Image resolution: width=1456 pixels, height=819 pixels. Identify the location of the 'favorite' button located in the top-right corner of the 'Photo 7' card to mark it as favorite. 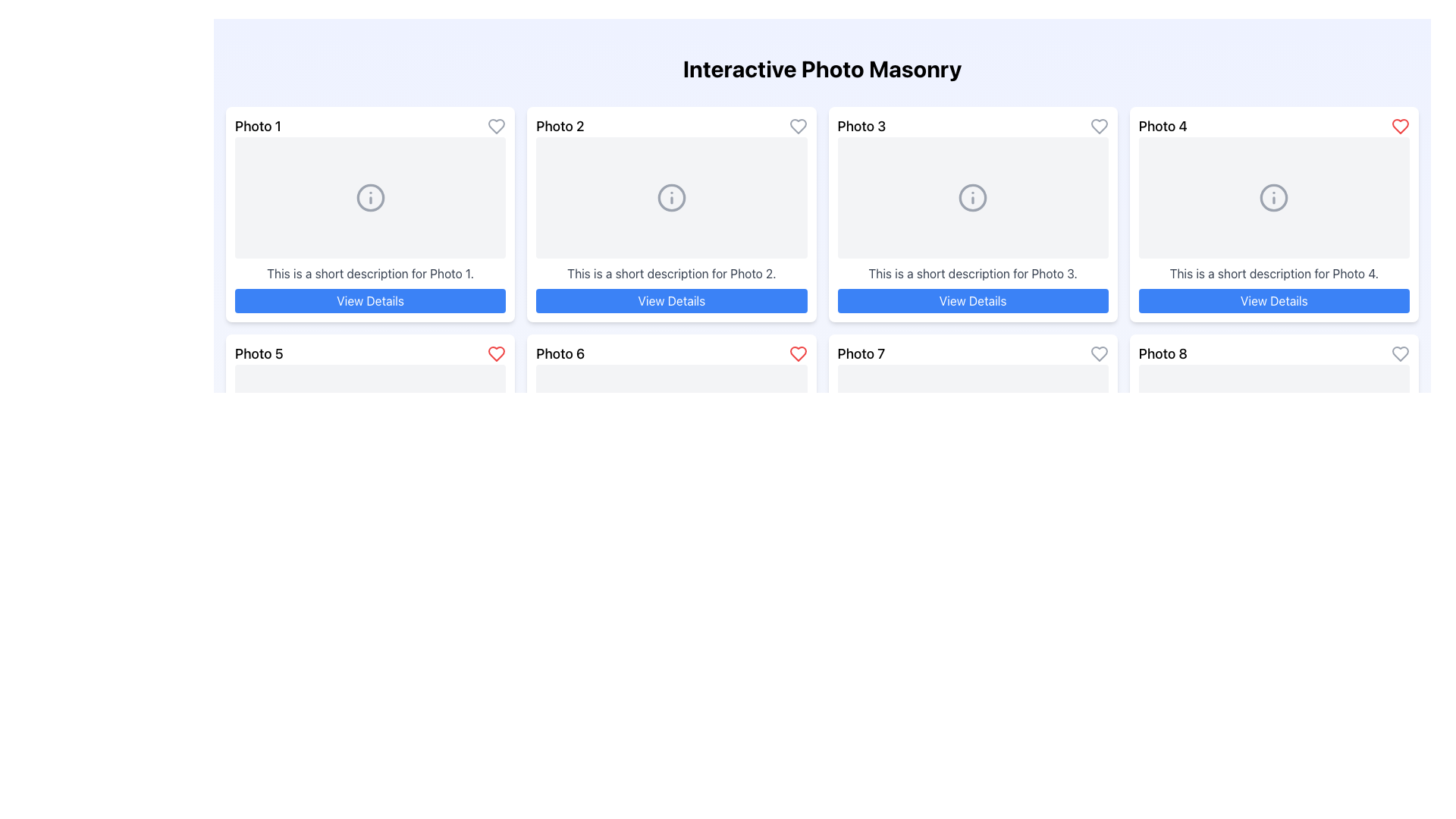
(1099, 353).